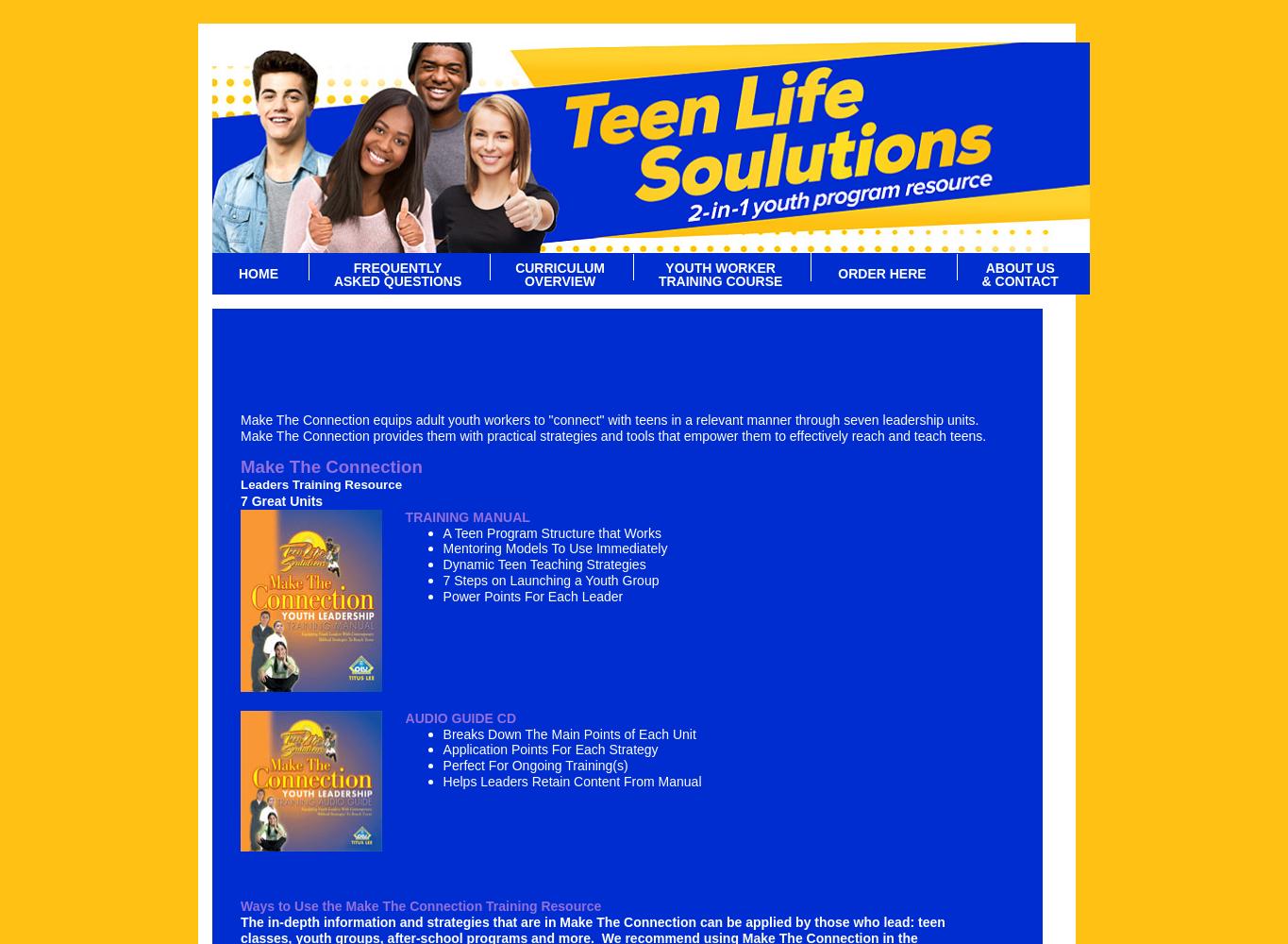 Image resolution: width=1288 pixels, height=944 pixels. I want to click on 'Application Points For Each Strategy', so click(548, 750).